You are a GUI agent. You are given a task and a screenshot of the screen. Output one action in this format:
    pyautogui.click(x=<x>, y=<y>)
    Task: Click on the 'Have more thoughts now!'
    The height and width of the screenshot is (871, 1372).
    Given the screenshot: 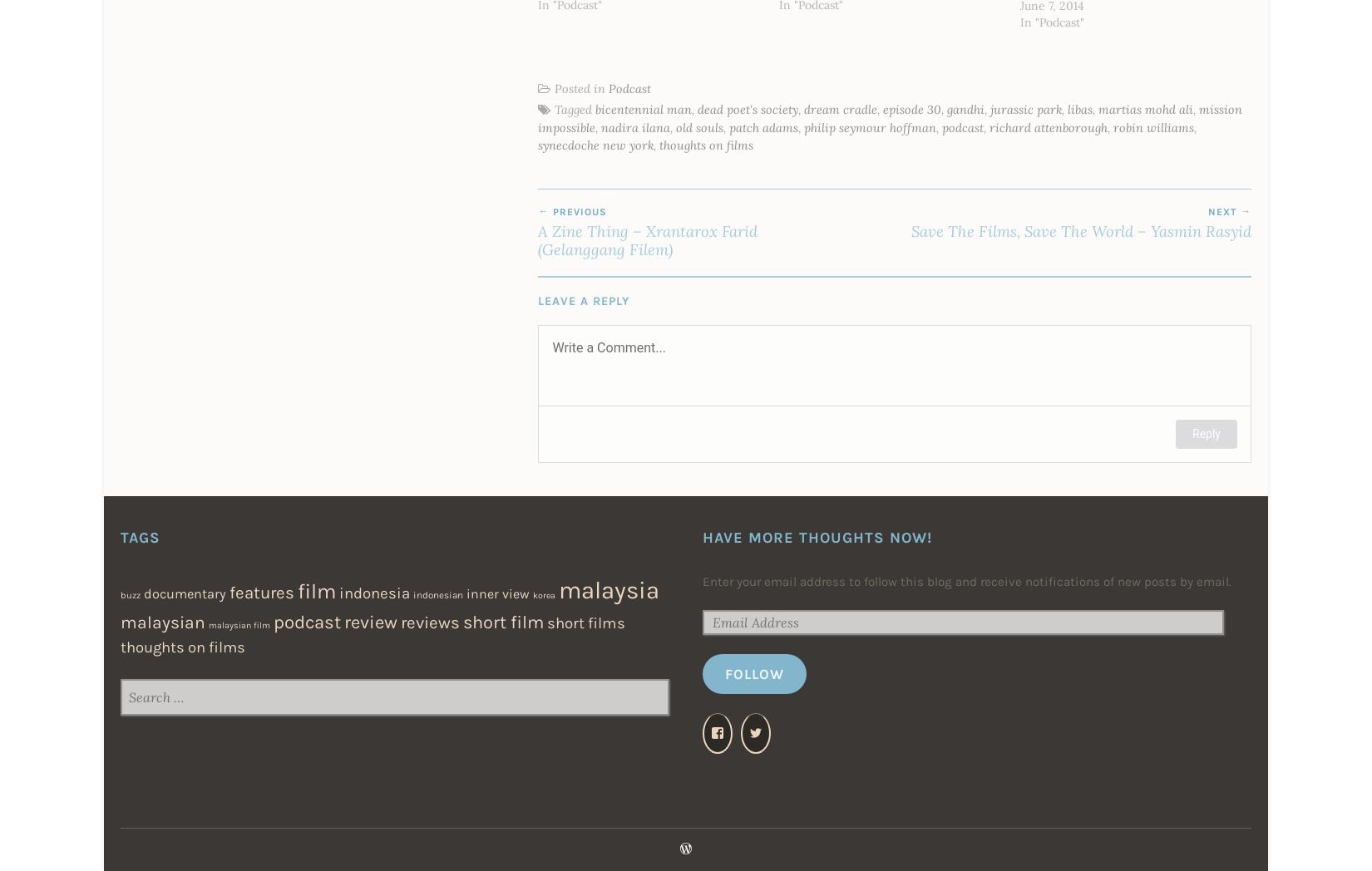 What is the action you would take?
    pyautogui.click(x=817, y=535)
    